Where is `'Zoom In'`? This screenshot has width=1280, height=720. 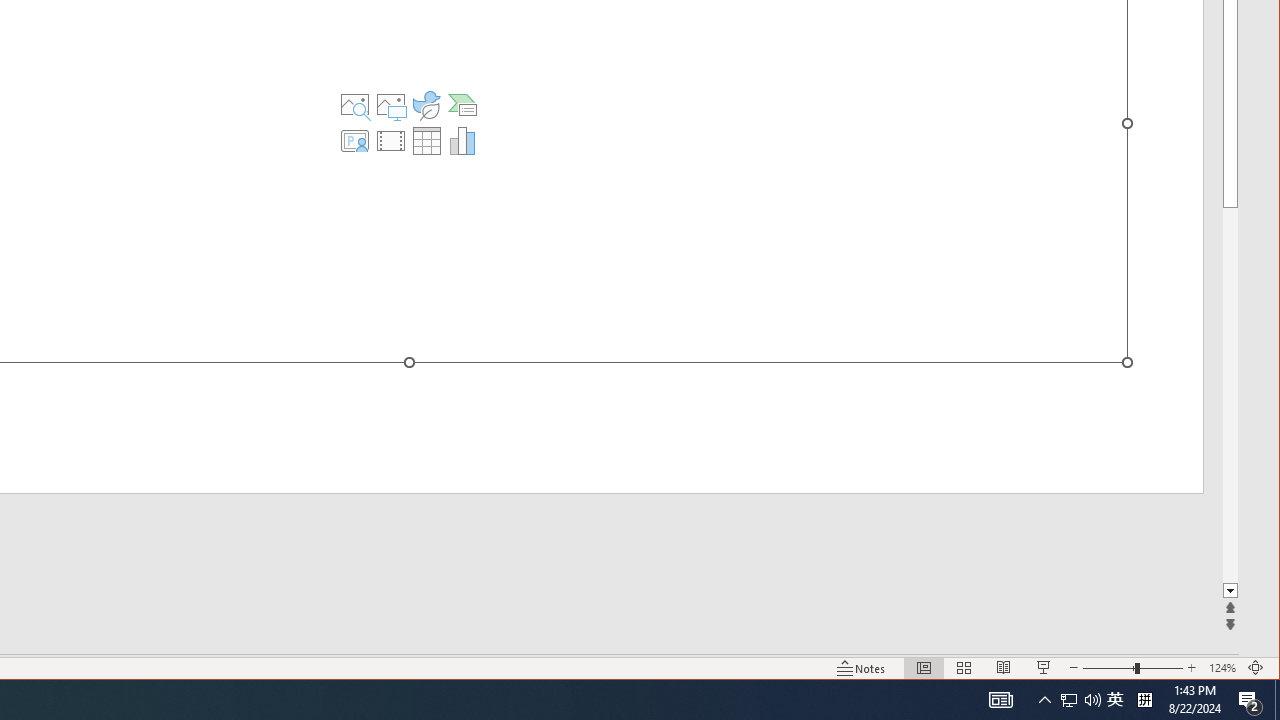 'Zoom In' is located at coordinates (1191, 668).